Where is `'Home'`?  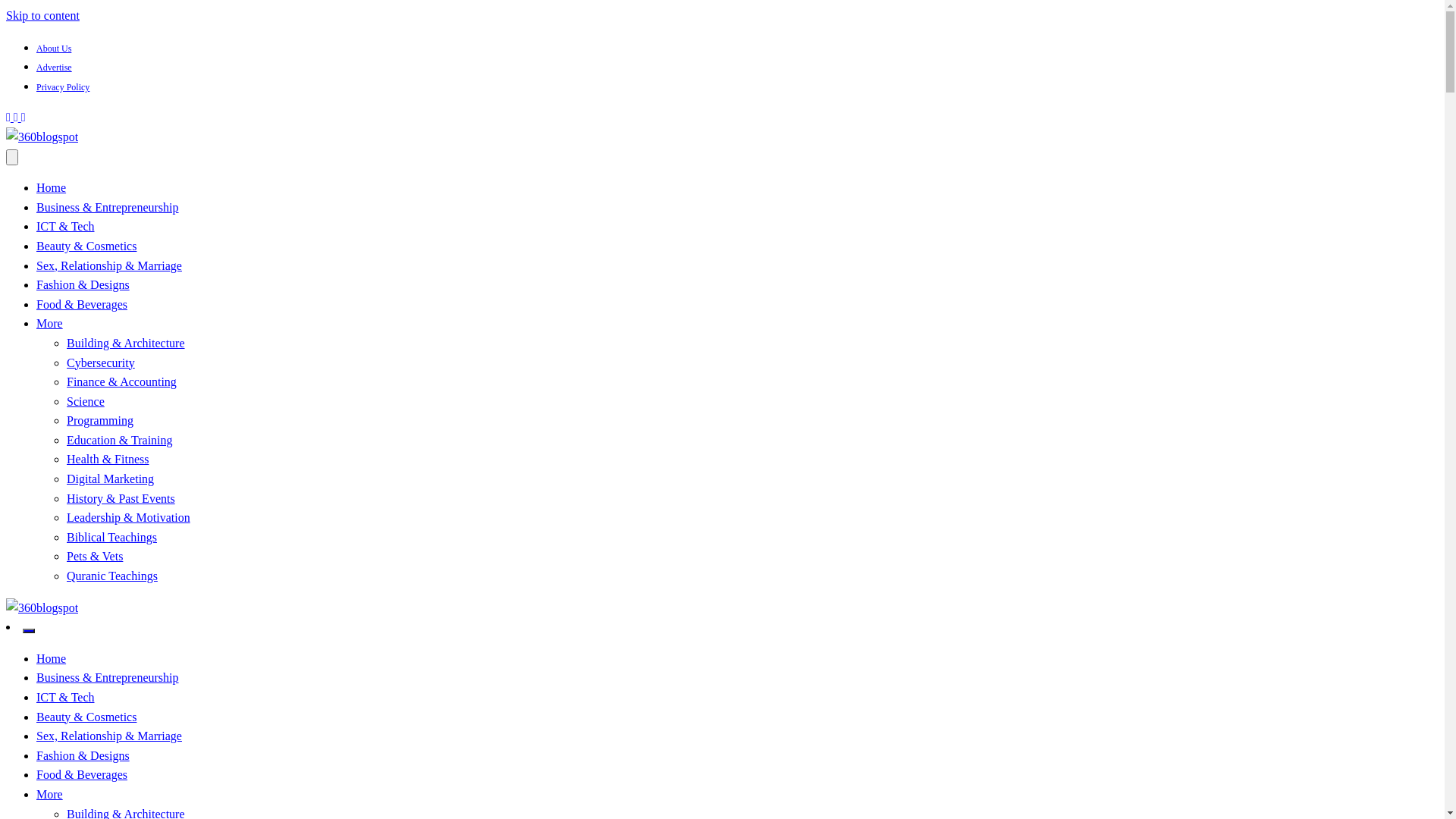
'Home' is located at coordinates (51, 187).